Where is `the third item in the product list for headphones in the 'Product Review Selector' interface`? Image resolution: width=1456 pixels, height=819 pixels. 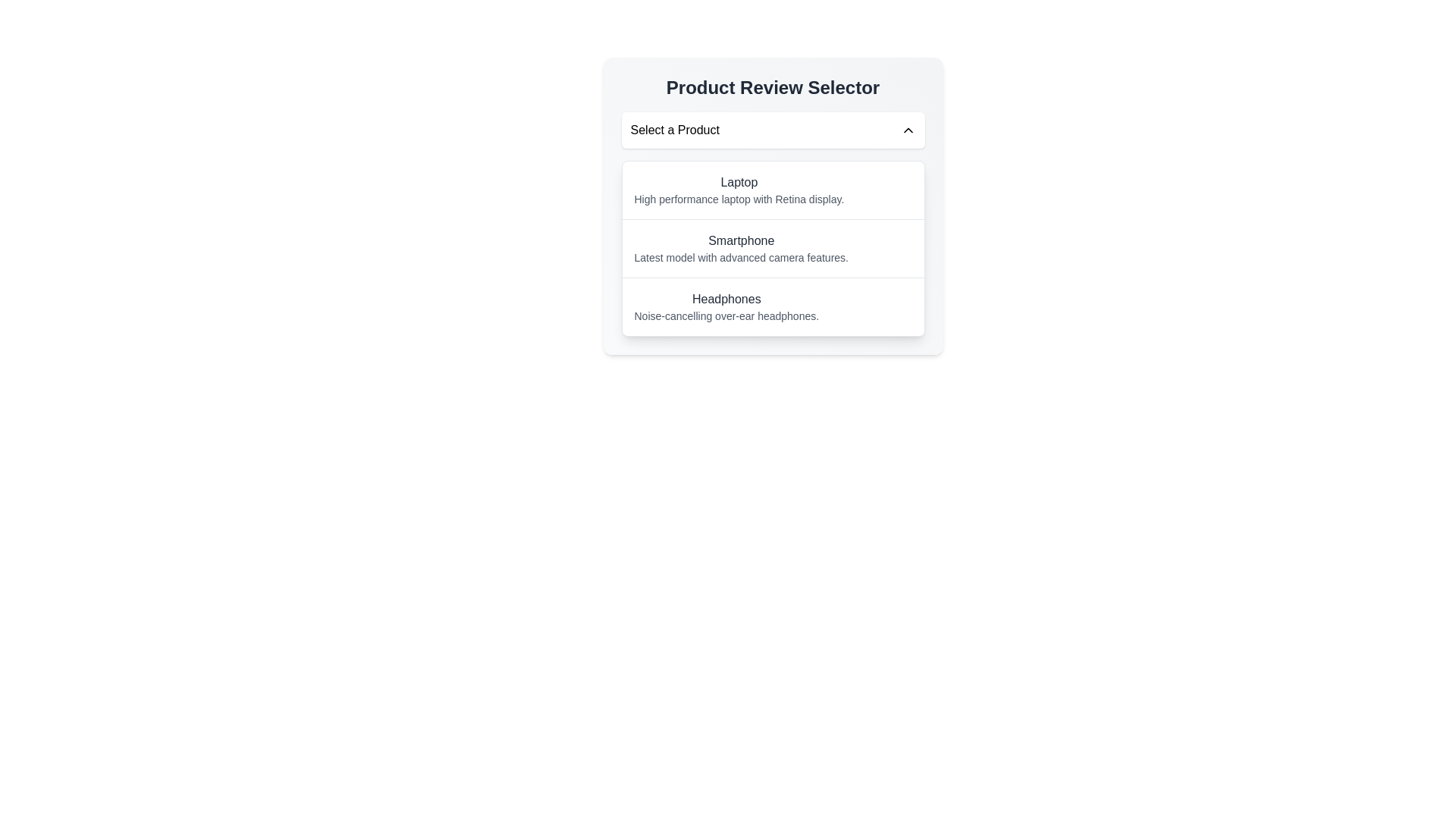
the third item in the product list for headphones in the 'Product Review Selector' interface is located at coordinates (773, 306).